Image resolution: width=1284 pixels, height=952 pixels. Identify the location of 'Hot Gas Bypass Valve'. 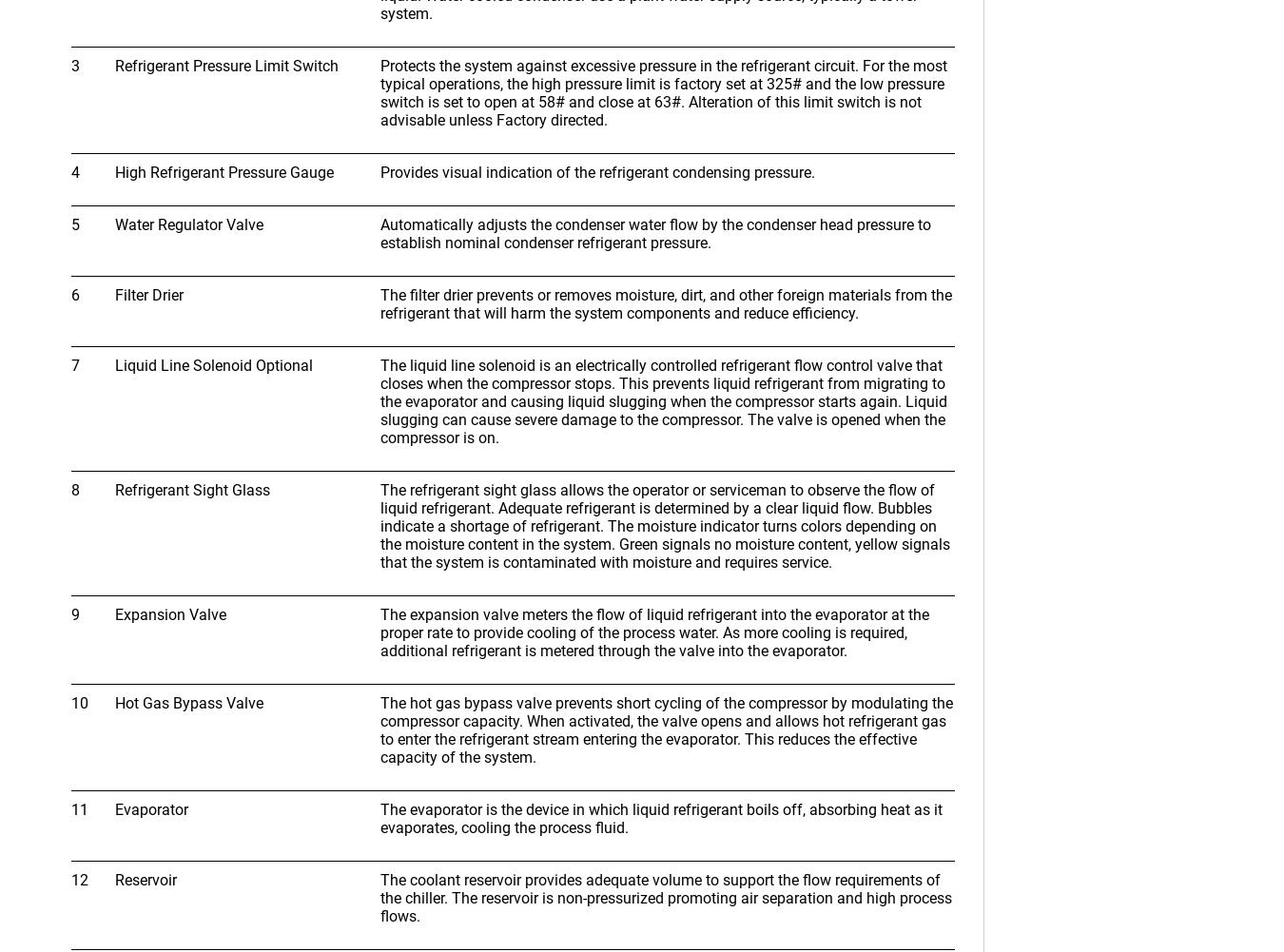
(188, 703).